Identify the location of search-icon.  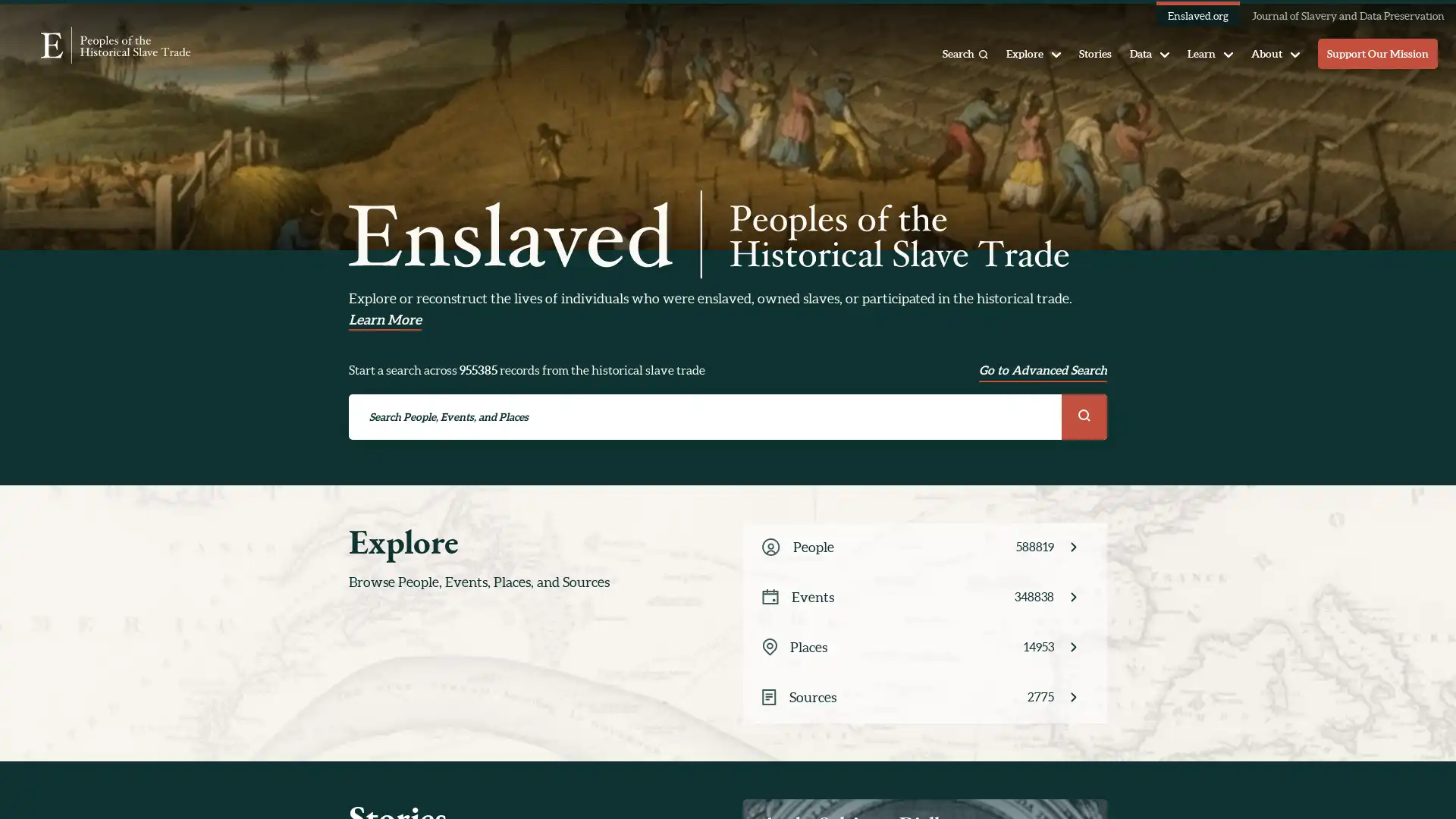
(1084, 416).